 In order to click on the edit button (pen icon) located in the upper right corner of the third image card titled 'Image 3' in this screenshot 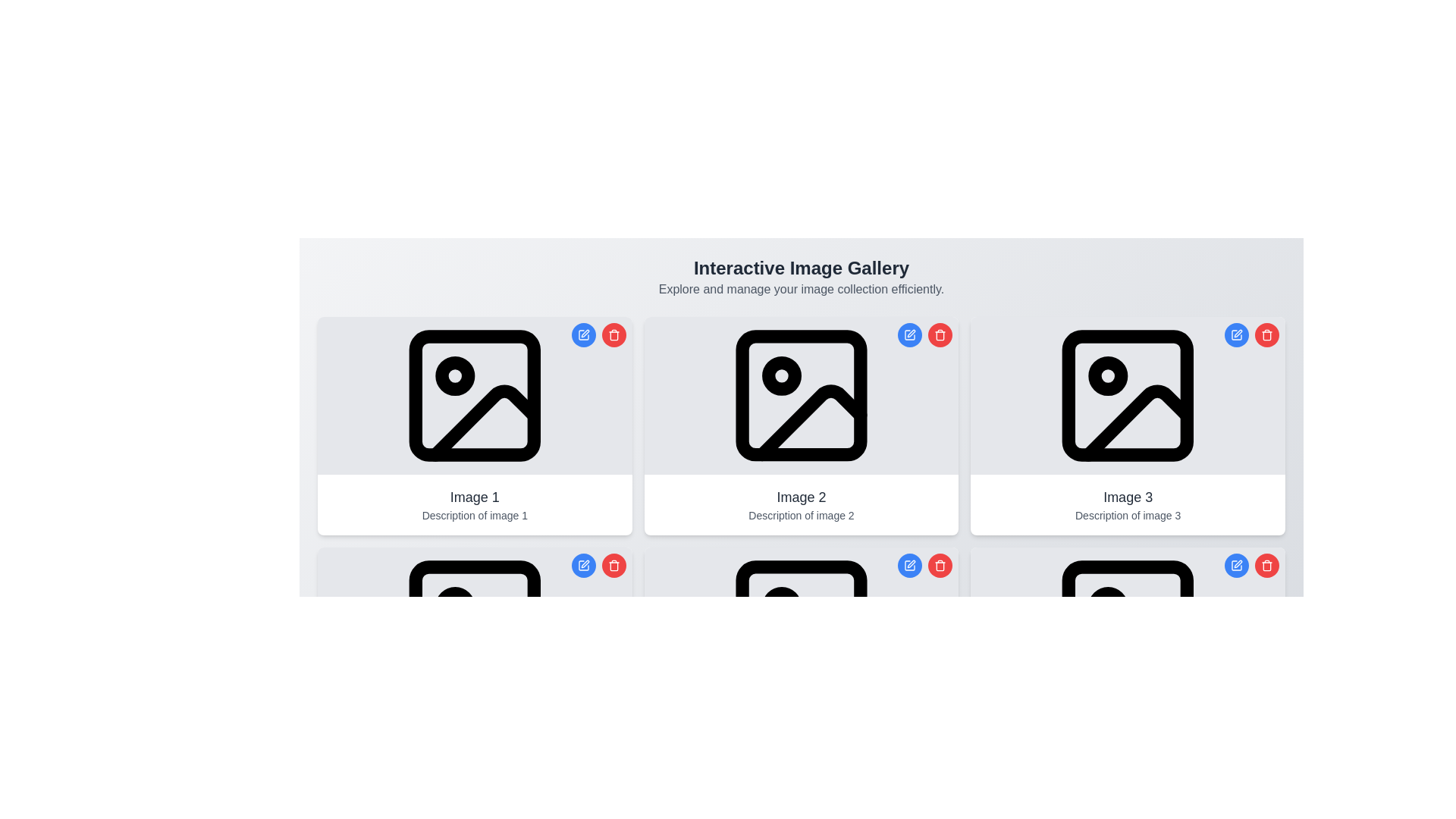, I will do `click(1237, 334)`.